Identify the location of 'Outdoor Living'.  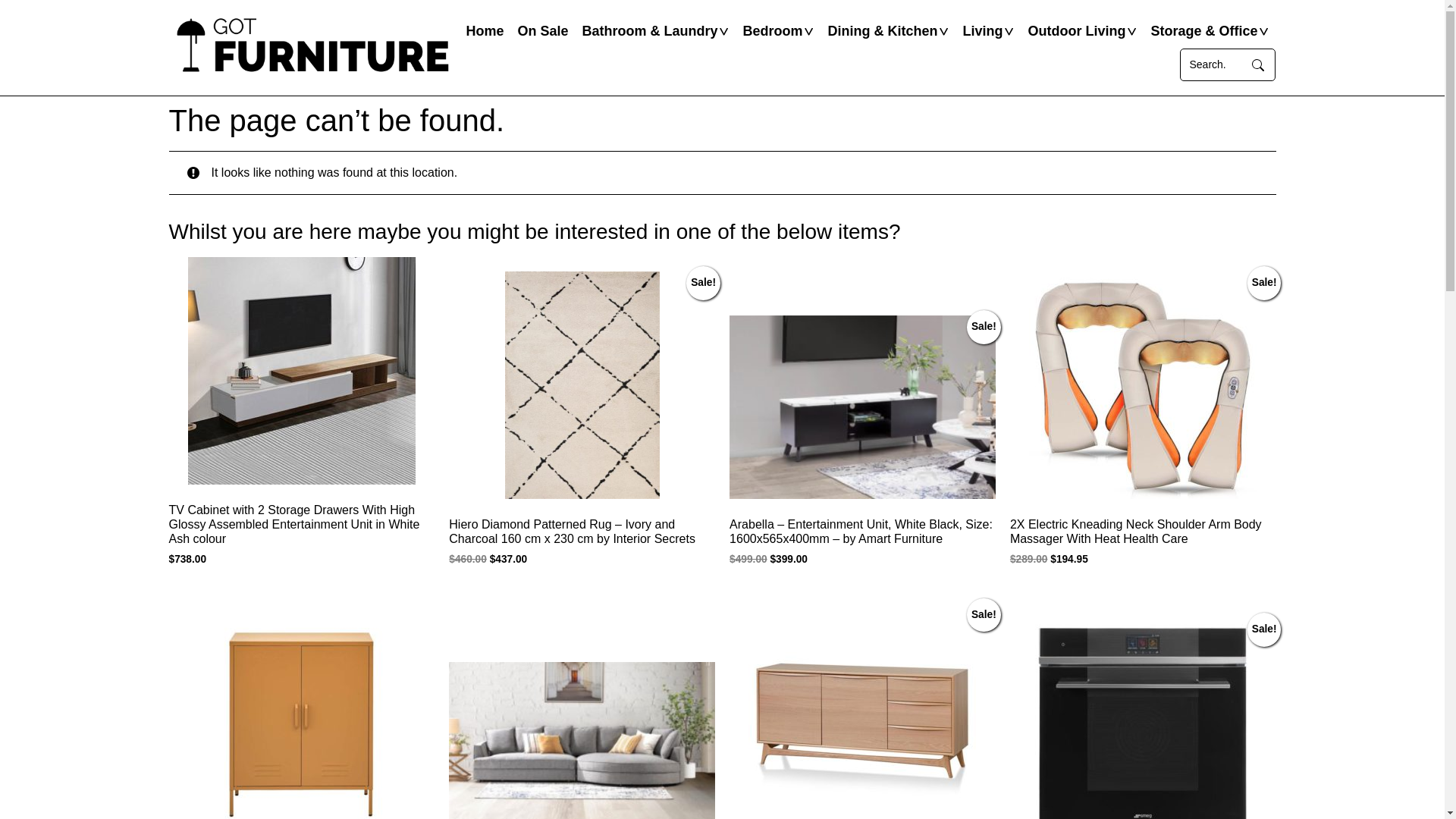
(1075, 31).